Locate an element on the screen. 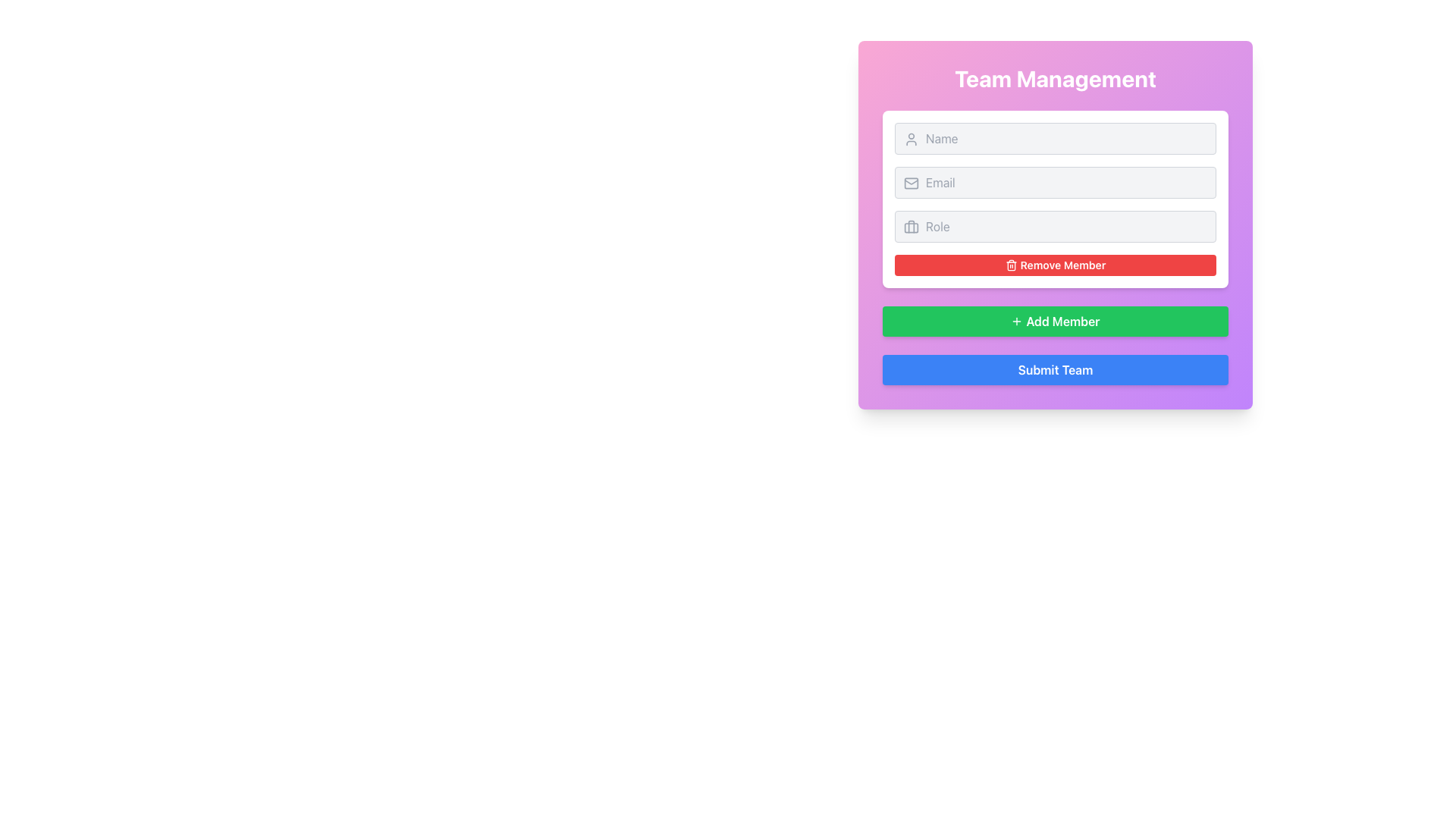  label that says 'Remove Member' on the red rectangular button located near the bottom of the 'Team Management' box is located at coordinates (1062, 265).